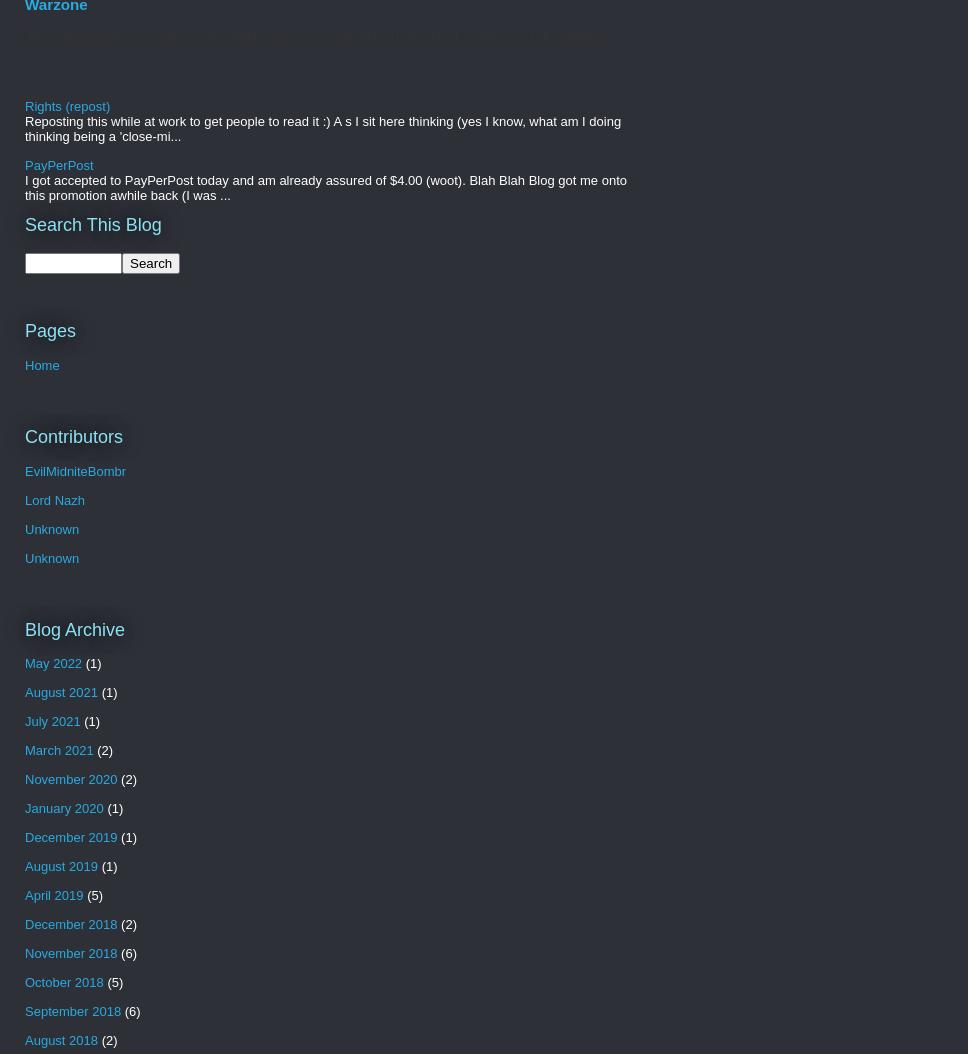 The height and width of the screenshot is (1054, 968). Describe the element at coordinates (58, 750) in the screenshot. I see `'March 2021'` at that location.